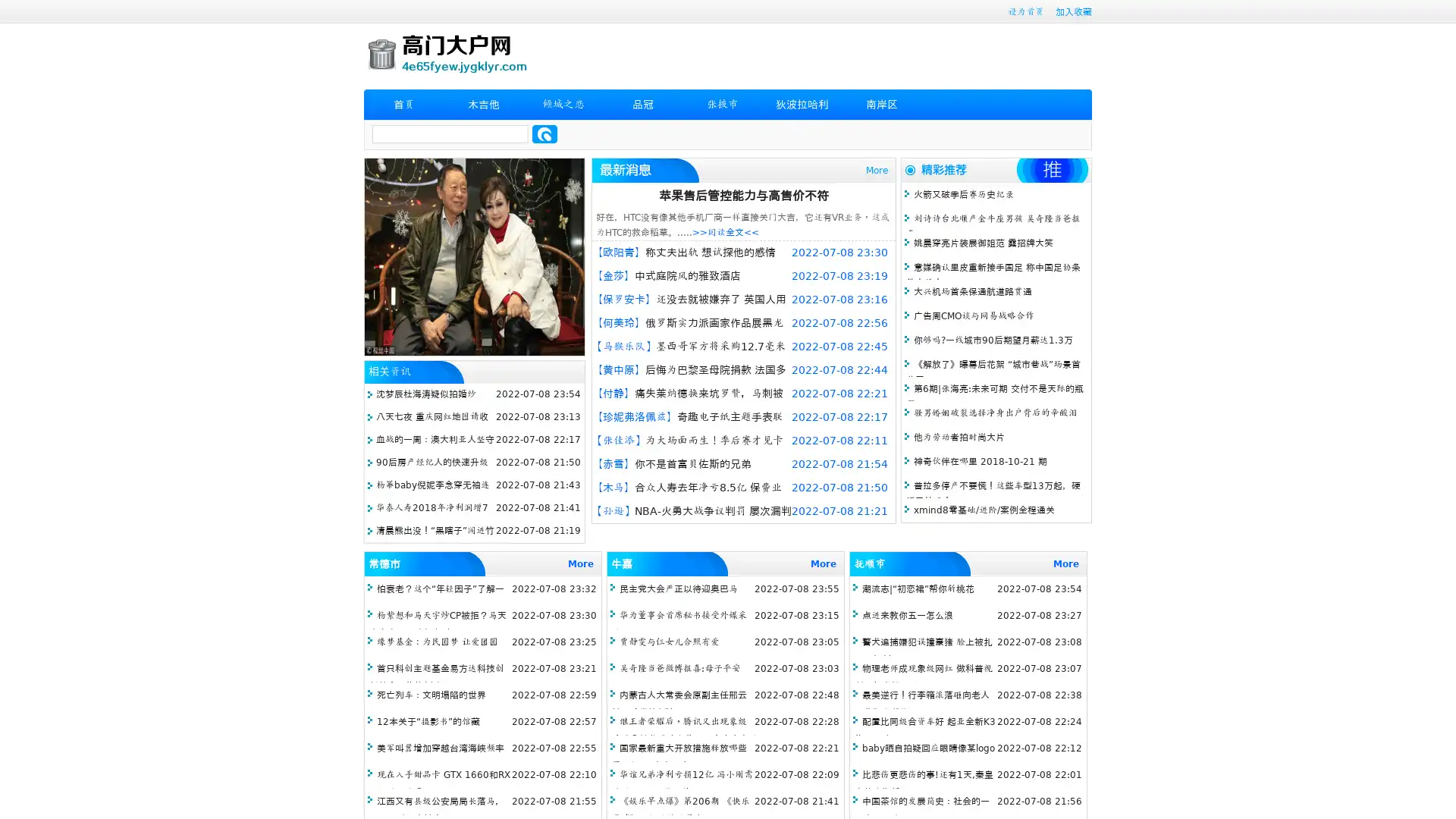 The height and width of the screenshot is (819, 1456). Describe the element at coordinates (544, 133) in the screenshot. I see `Search` at that location.